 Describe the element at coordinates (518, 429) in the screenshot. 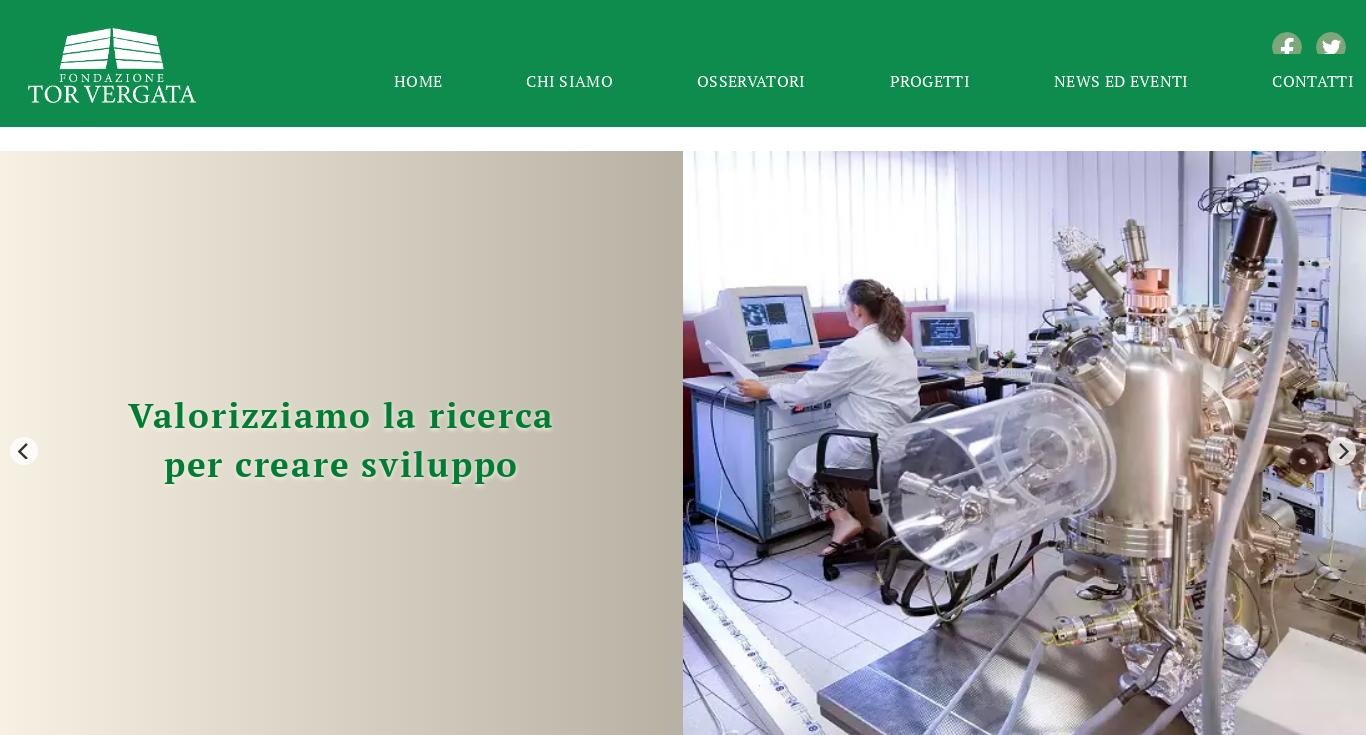

I see `'Beniamino Quintieri nuovo presidente dell'Istituto per il Credito Sportivo'` at that location.